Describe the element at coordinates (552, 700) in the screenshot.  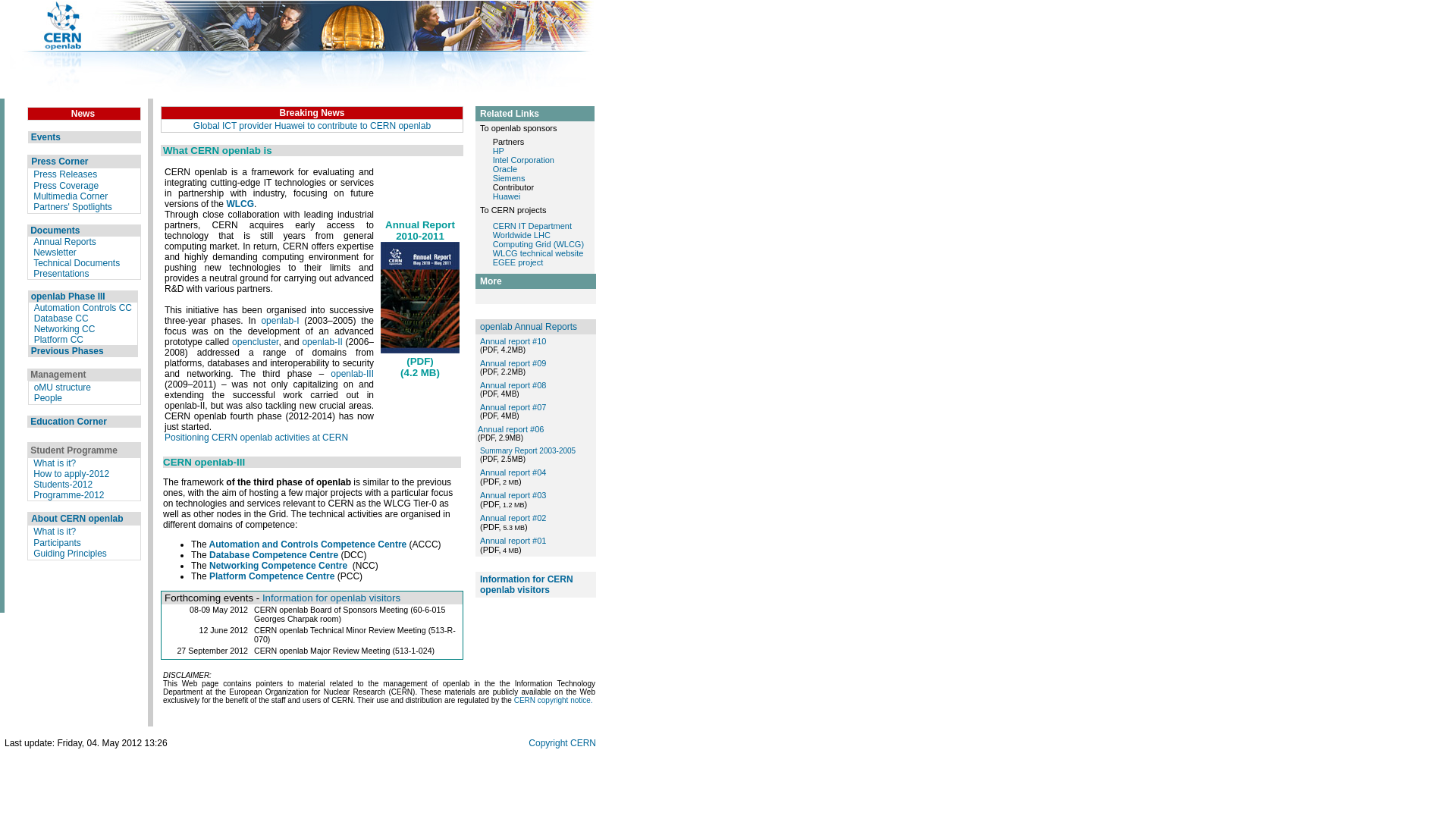
I see `'CERN copyright notice.'` at that location.